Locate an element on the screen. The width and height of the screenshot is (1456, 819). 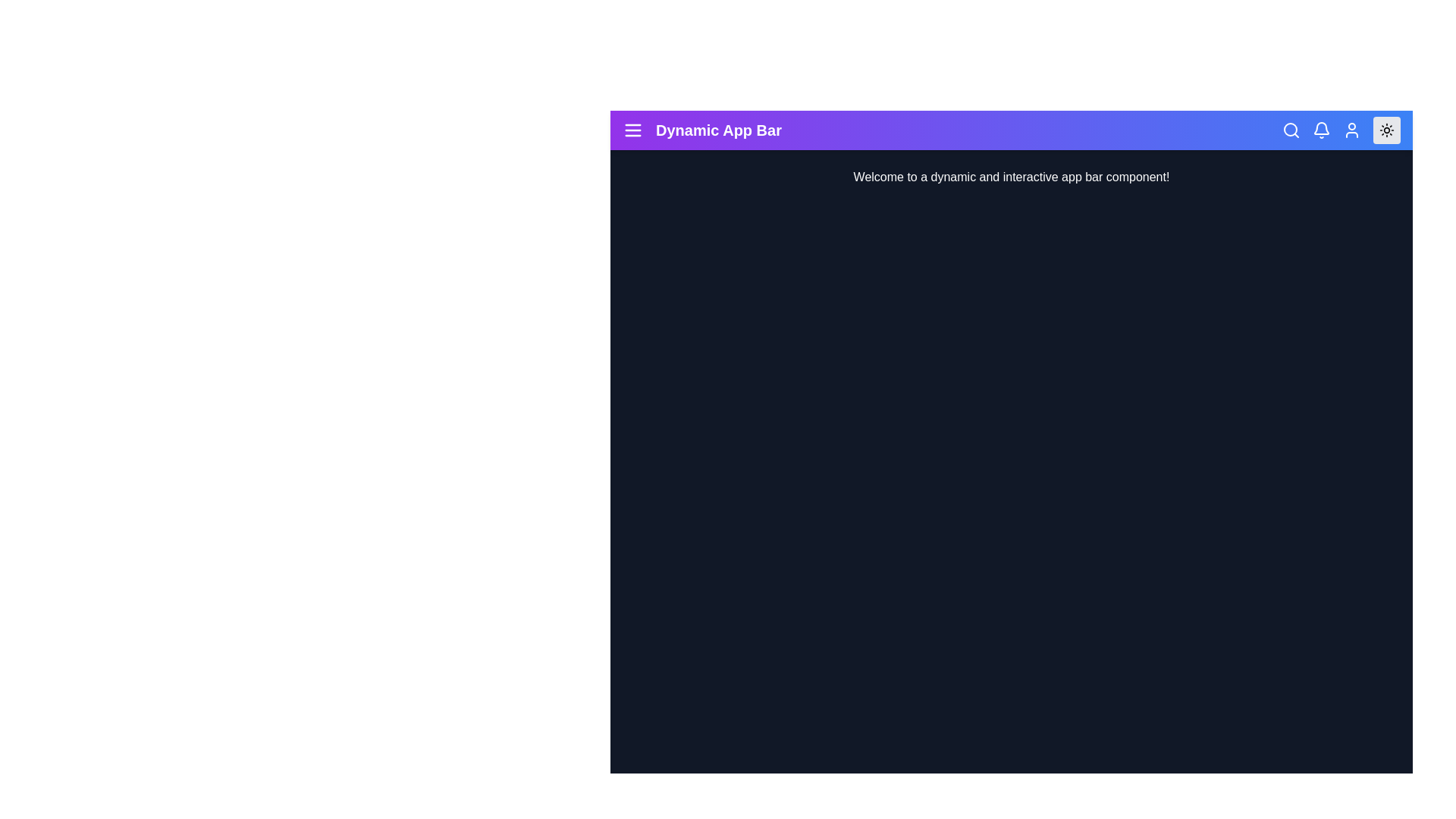
the search icon to initiate a search operation is located at coordinates (1291, 130).